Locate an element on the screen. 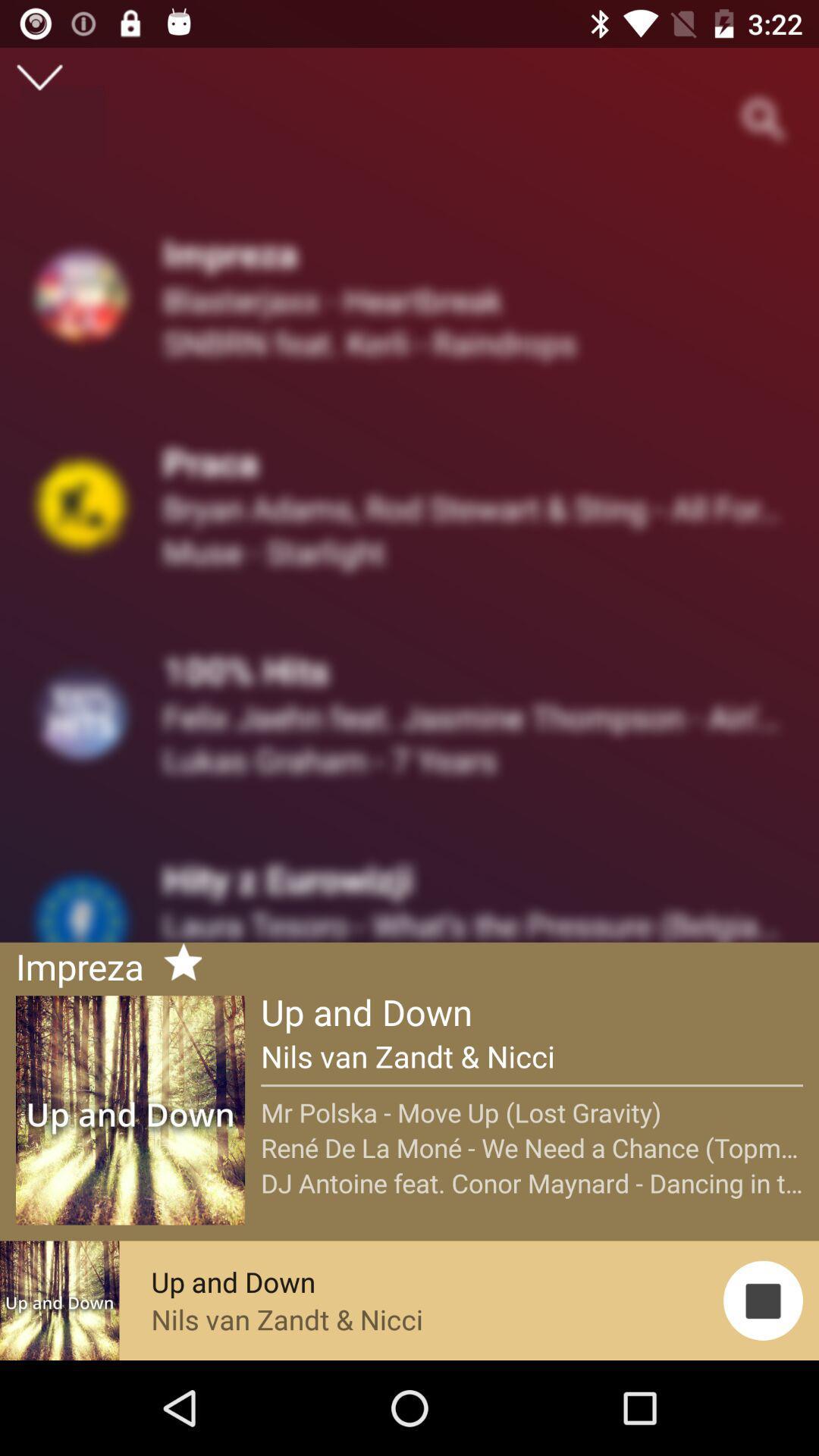 This screenshot has width=819, height=1456. the item is located at coordinates (176, 964).